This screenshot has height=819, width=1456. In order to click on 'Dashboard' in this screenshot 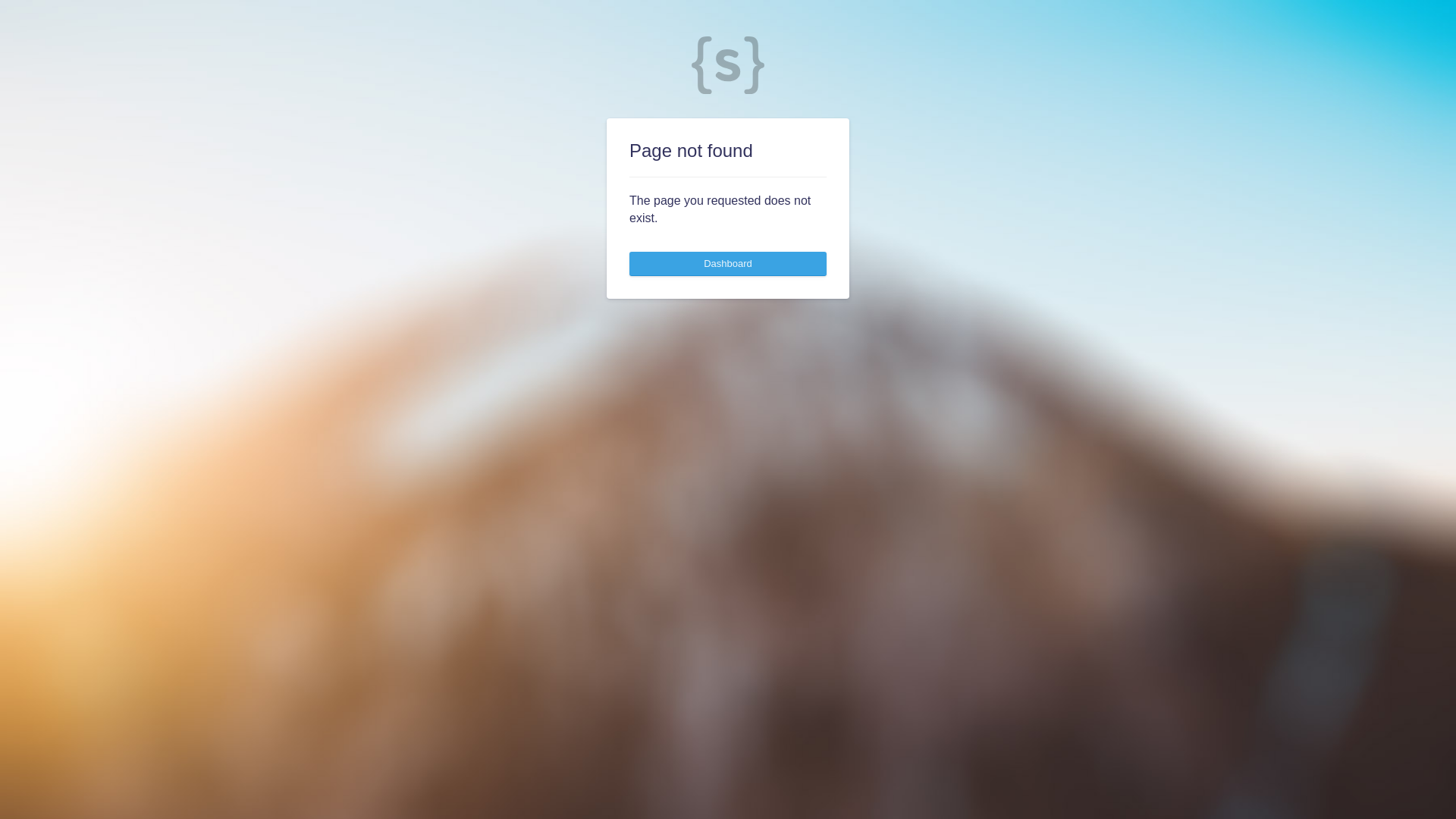, I will do `click(728, 262)`.